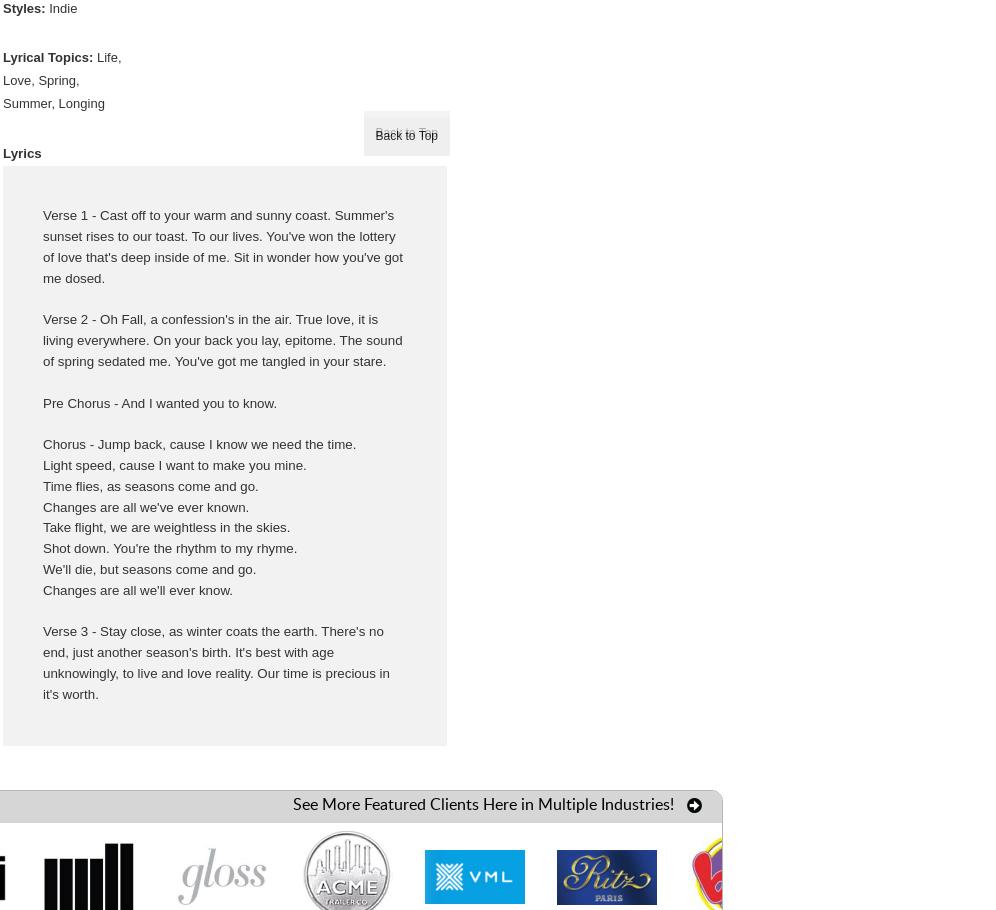 The width and height of the screenshot is (996, 910). Describe the element at coordinates (22, 151) in the screenshot. I see `'Lyrics'` at that location.